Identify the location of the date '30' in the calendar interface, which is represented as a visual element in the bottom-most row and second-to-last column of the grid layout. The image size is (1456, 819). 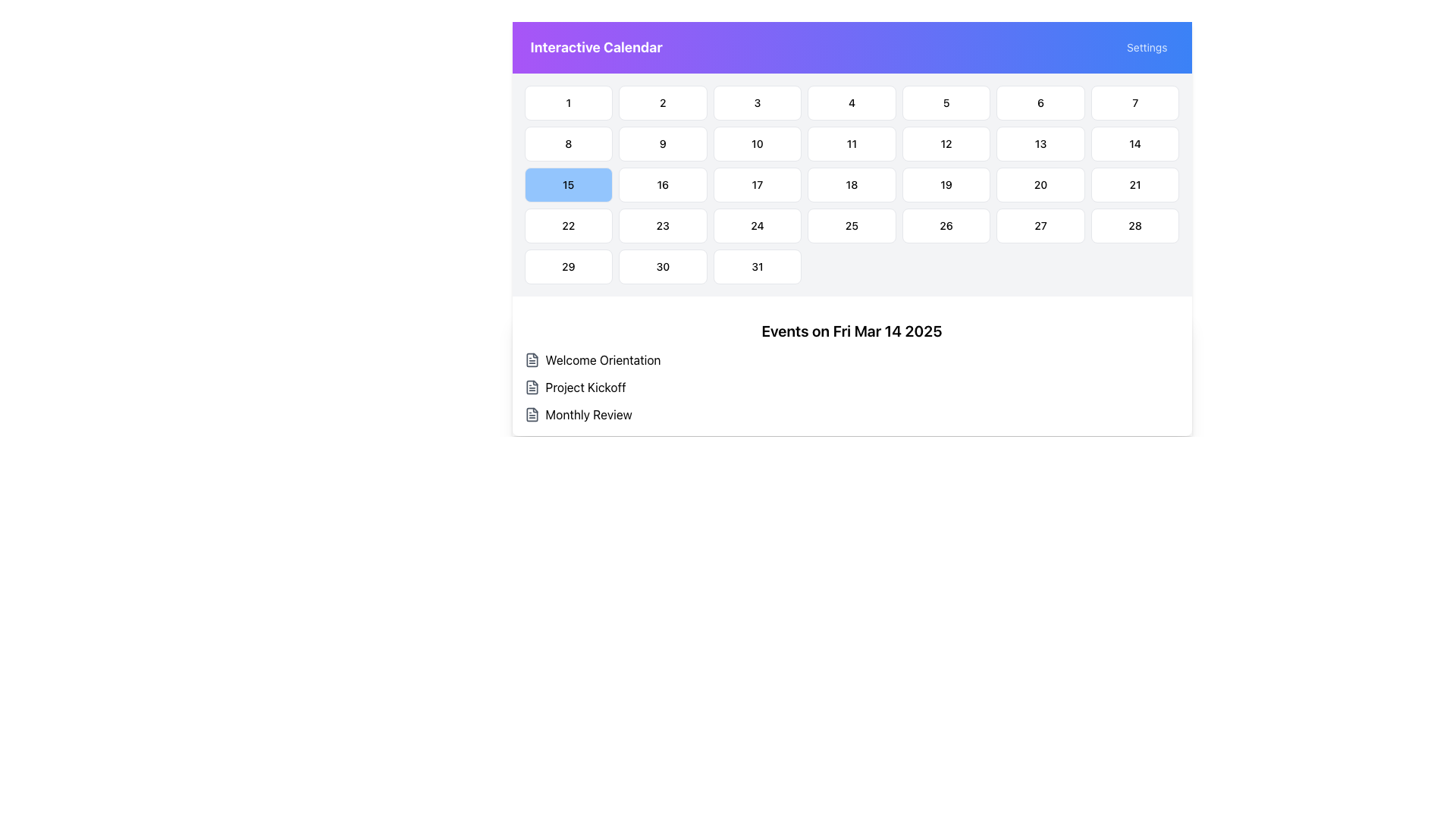
(663, 265).